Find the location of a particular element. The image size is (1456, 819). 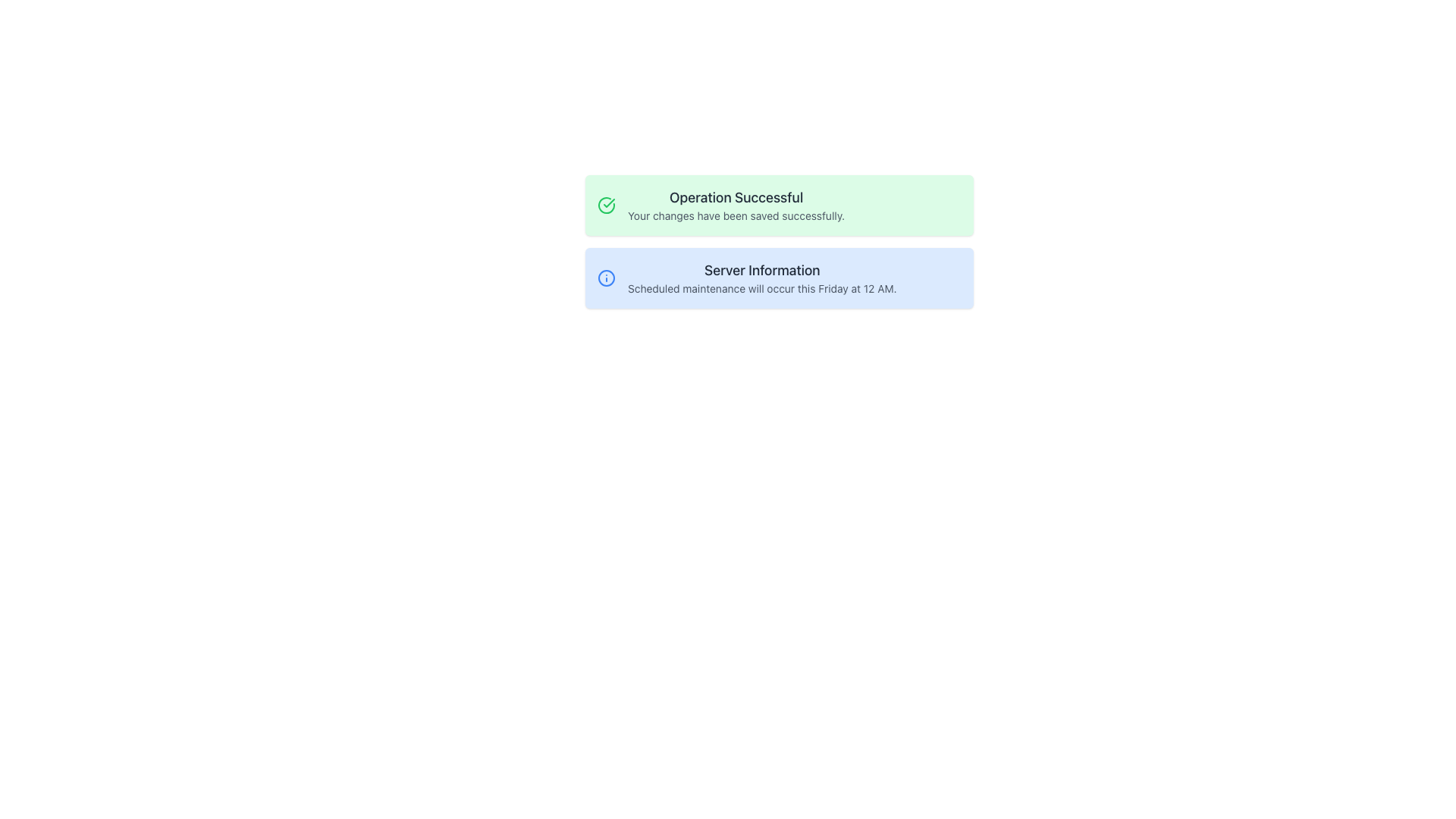

the success notification title text label located at the top section of a light green notification box to potentially reveal tooltips is located at coordinates (736, 197).